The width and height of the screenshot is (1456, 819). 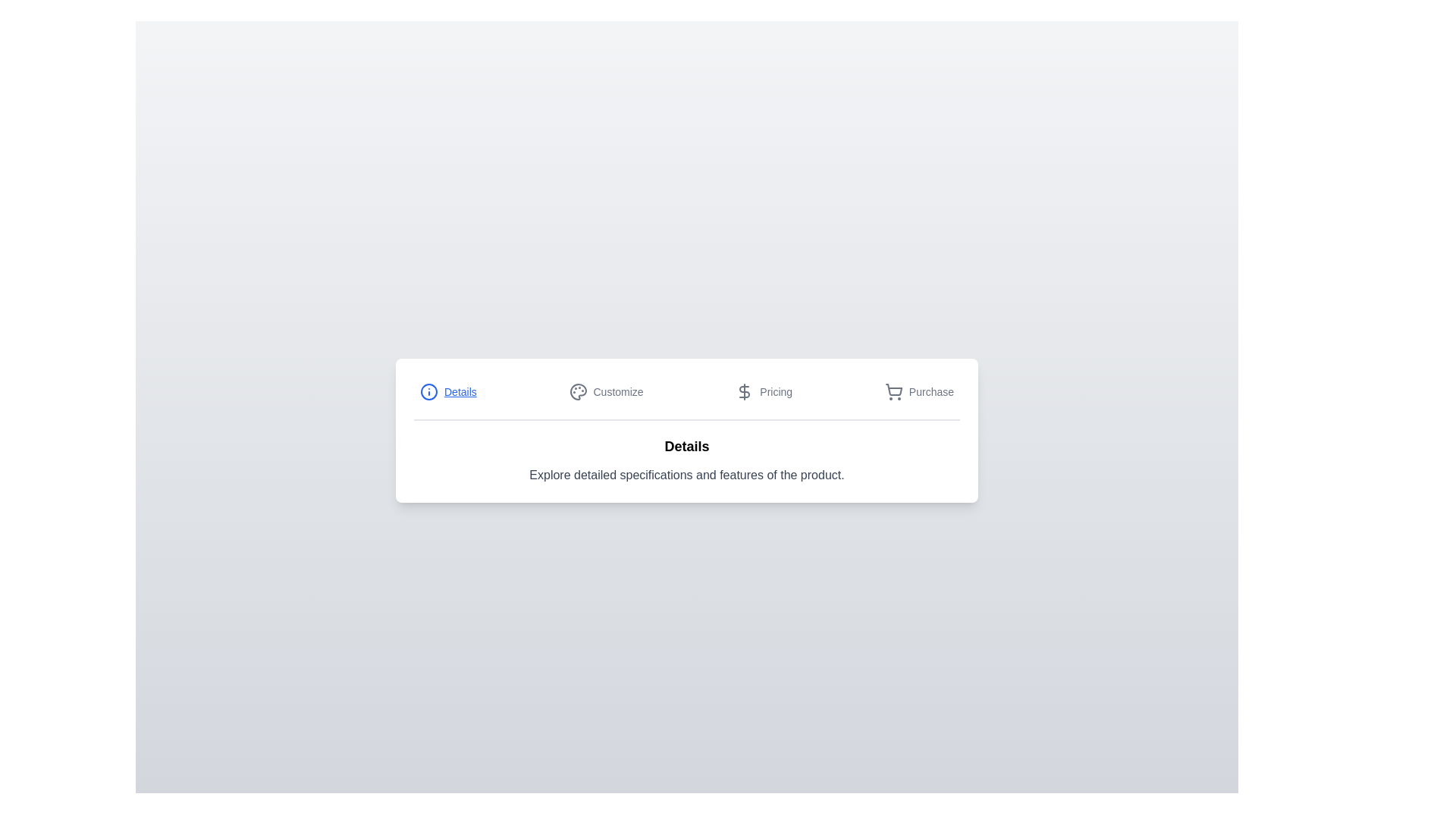 What do you see at coordinates (893, 391) in the screenshot?
I see `the icon next to the tab title Purchase to perform the action associated with it` at bounding box center [893, 391].